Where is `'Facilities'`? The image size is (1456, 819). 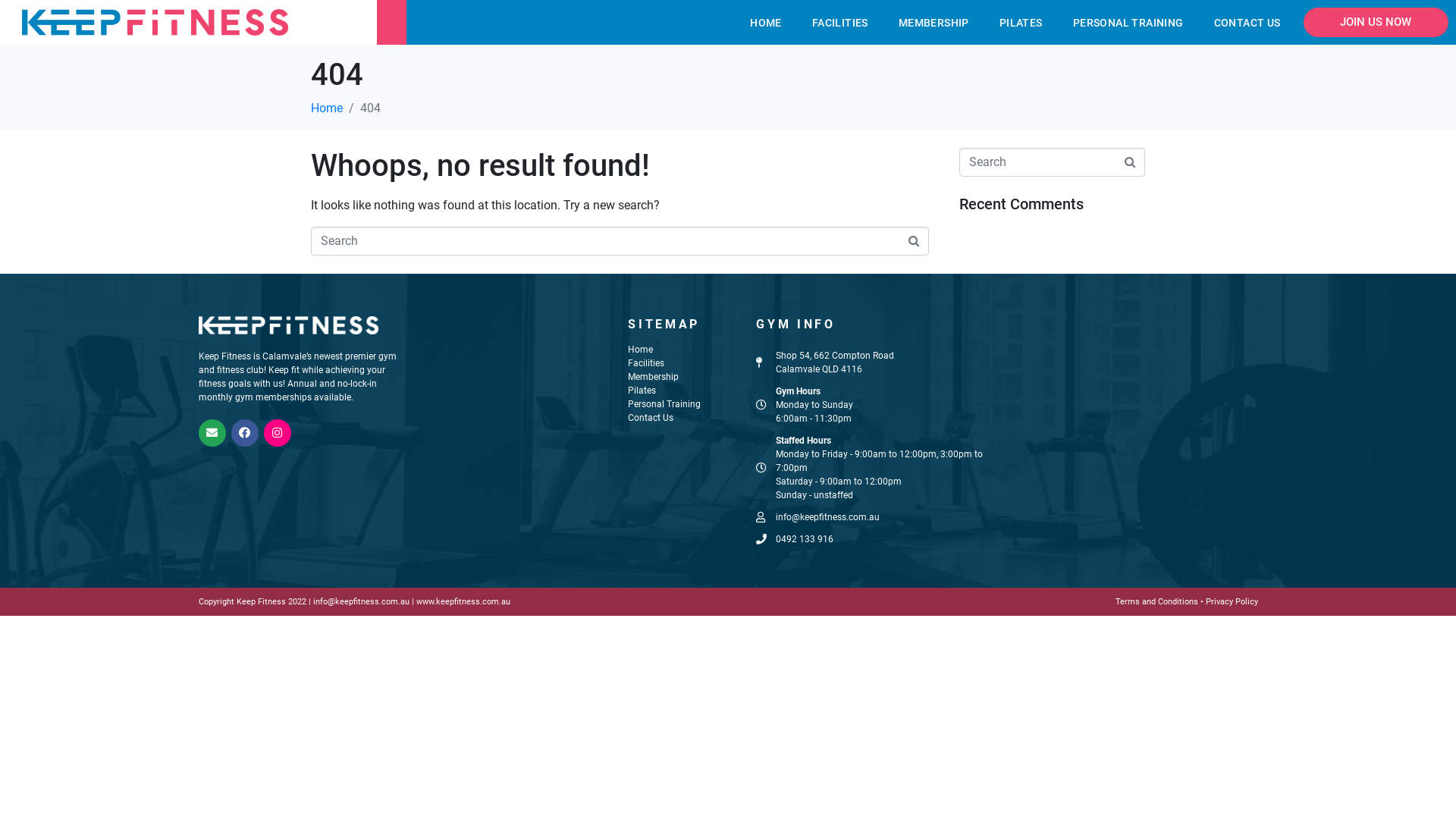
'Facilities' is located at coordinates (645, 362).